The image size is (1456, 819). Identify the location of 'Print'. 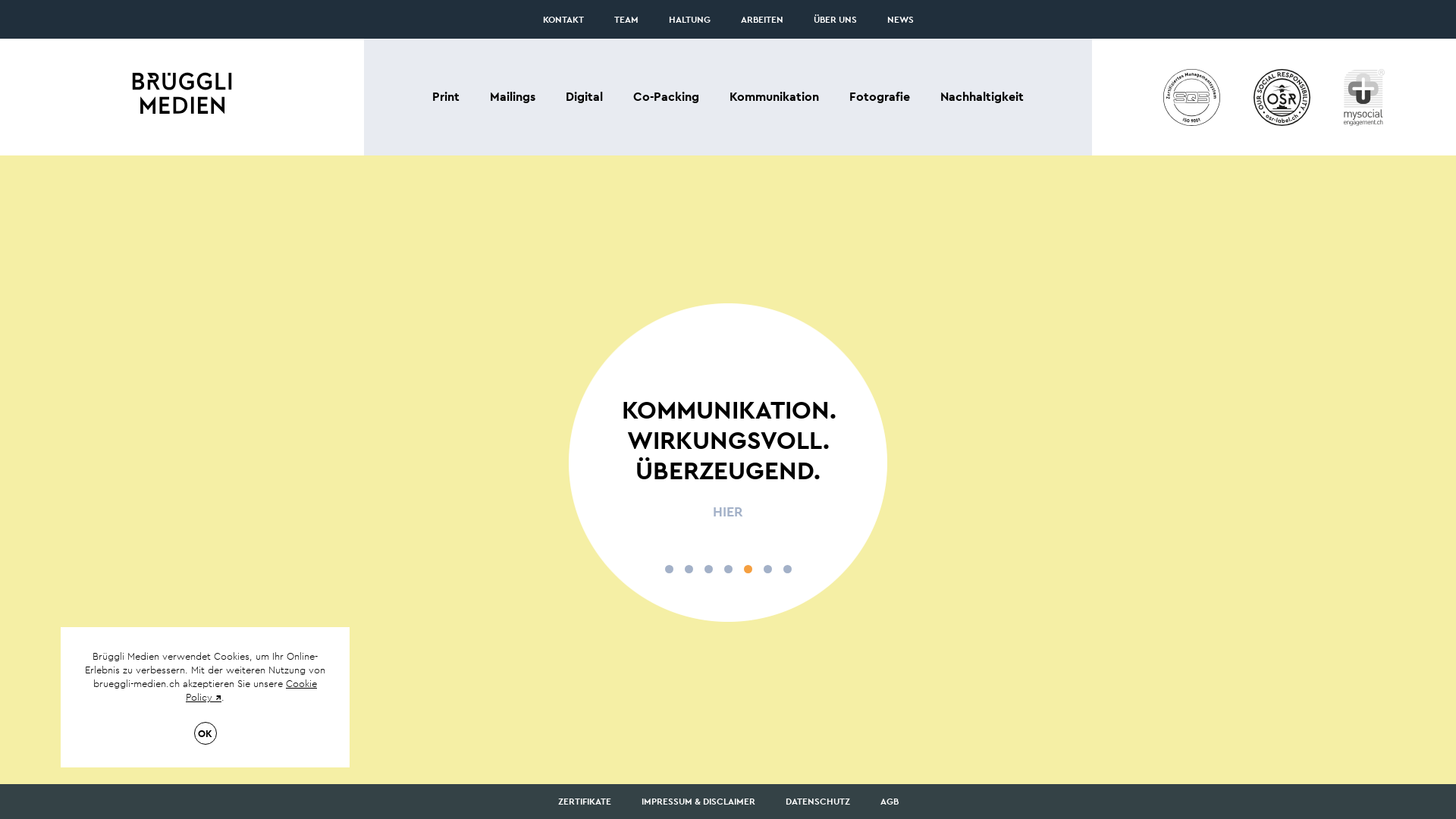
(445, 96).